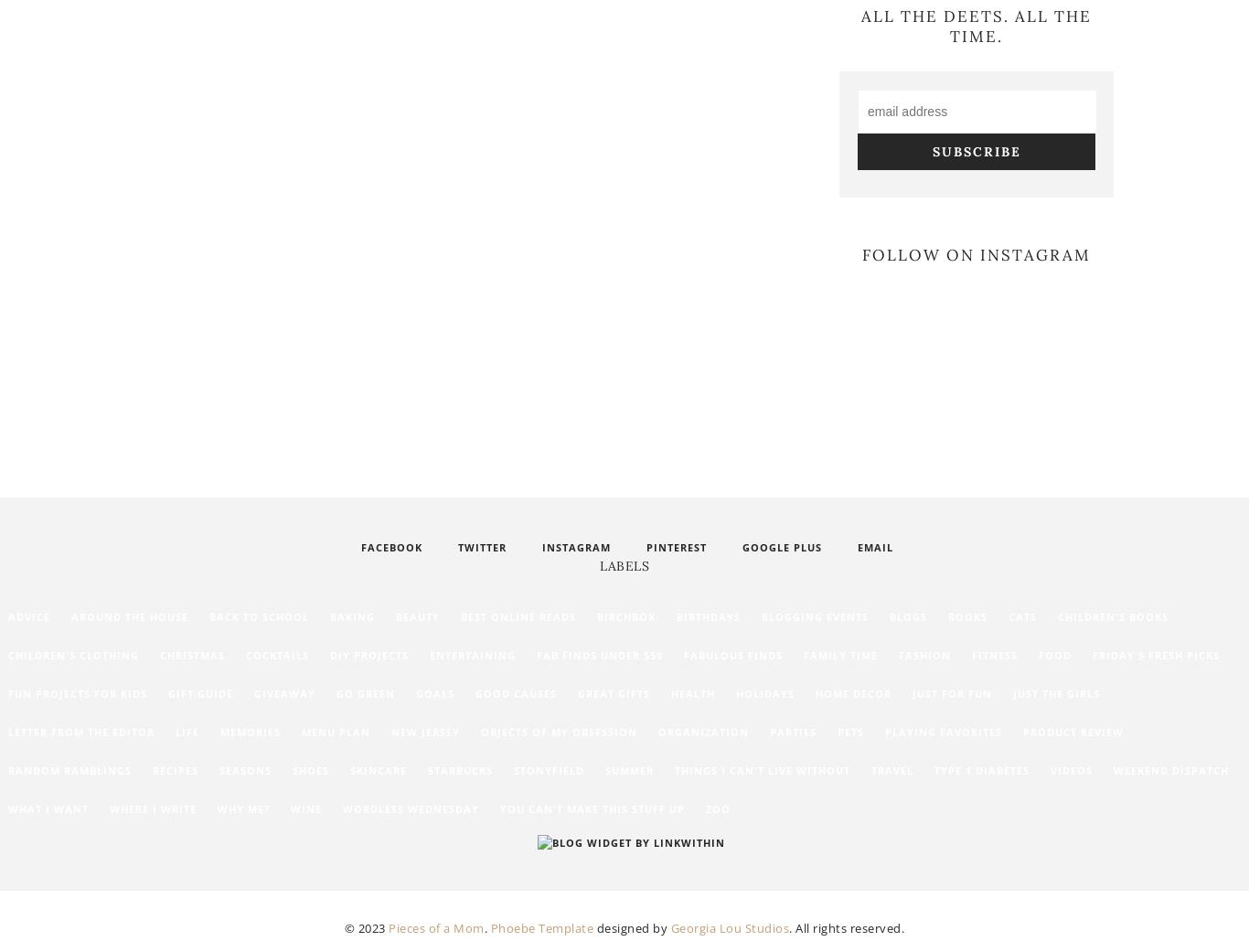 The width and height of the screenshot is (1249, 952). I want to click on 'Cocktails', so click(277, 654).